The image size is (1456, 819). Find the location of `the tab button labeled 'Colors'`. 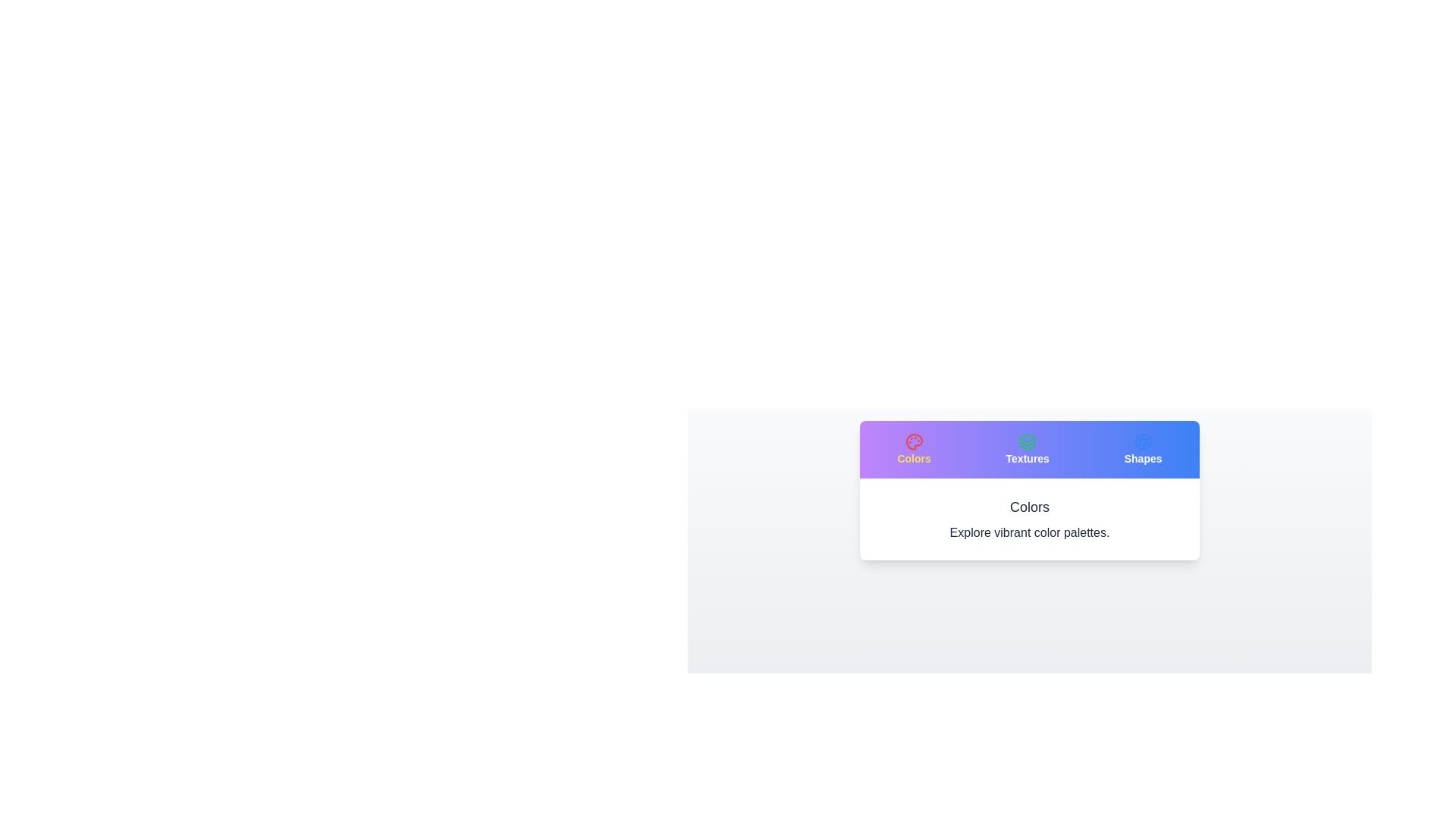

the tab button labeled 'Colors' is located at coordinates (913, 449).